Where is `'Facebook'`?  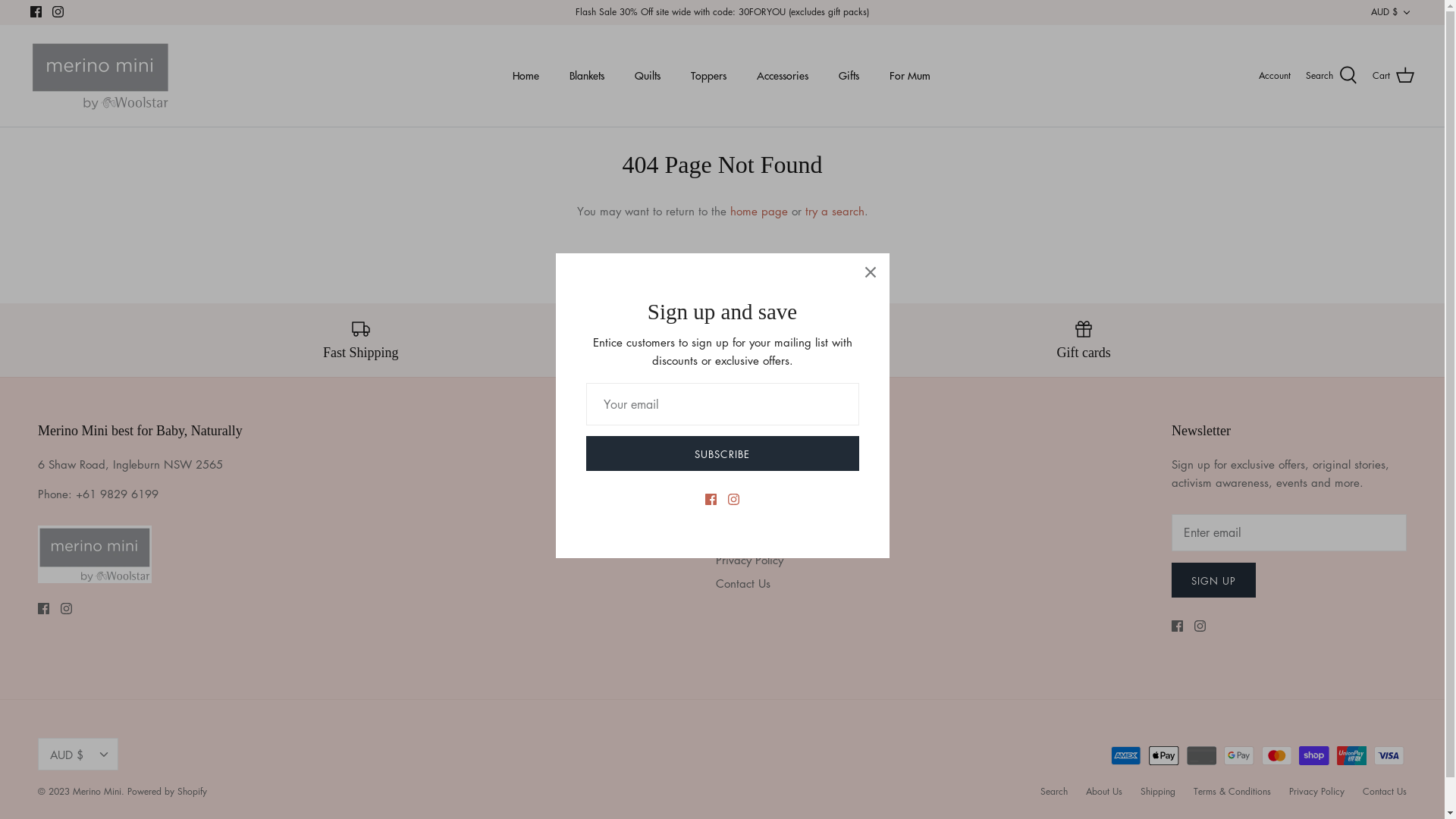 'Facebook' is located at coordinates (1176, 626).